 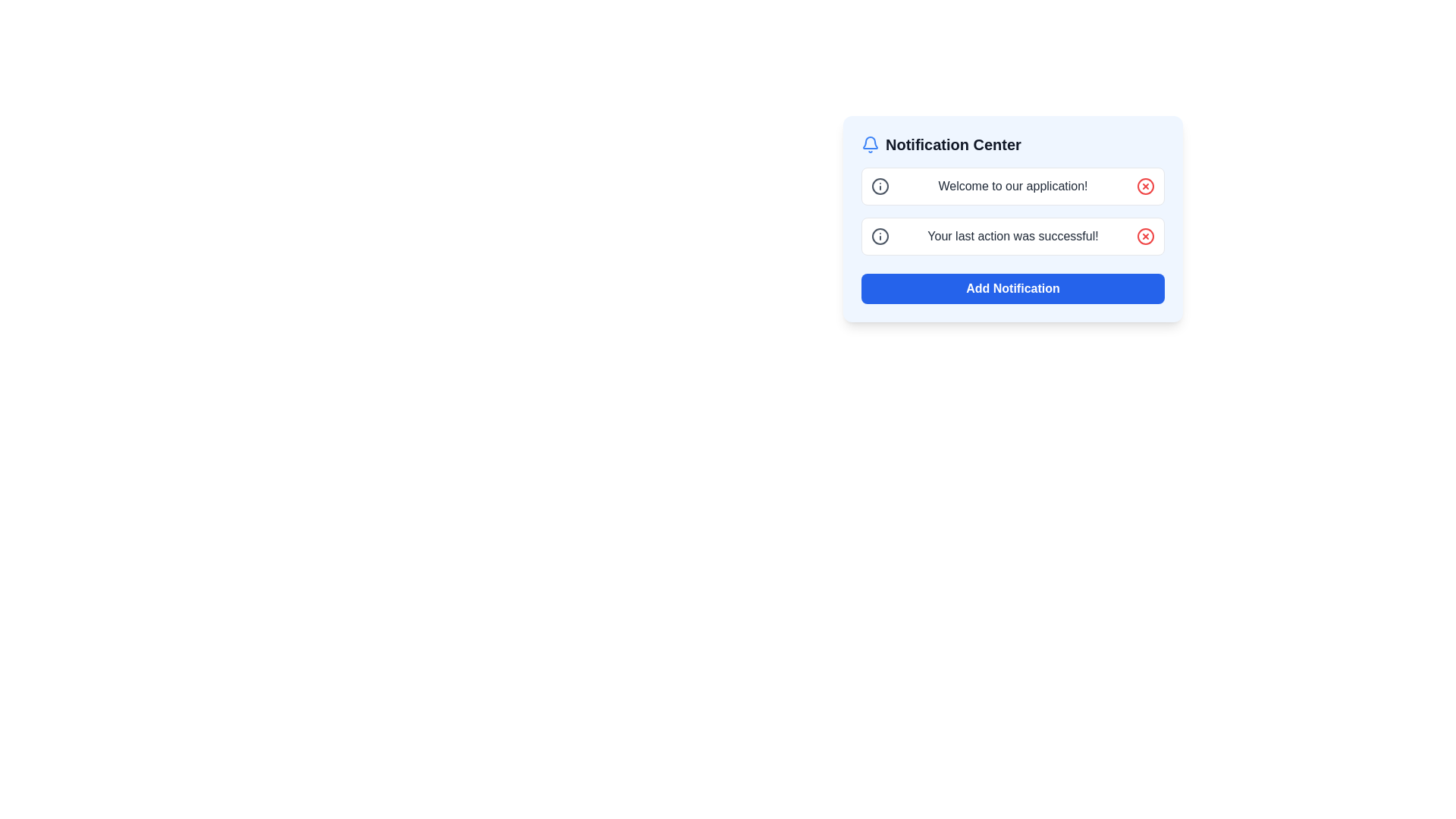 I want to click on the text label providing feedback to the user about the successful completion of their previous action, located within the second notification panel, below the 'Welcome to our application!' text, so click(x=1012, y=237).